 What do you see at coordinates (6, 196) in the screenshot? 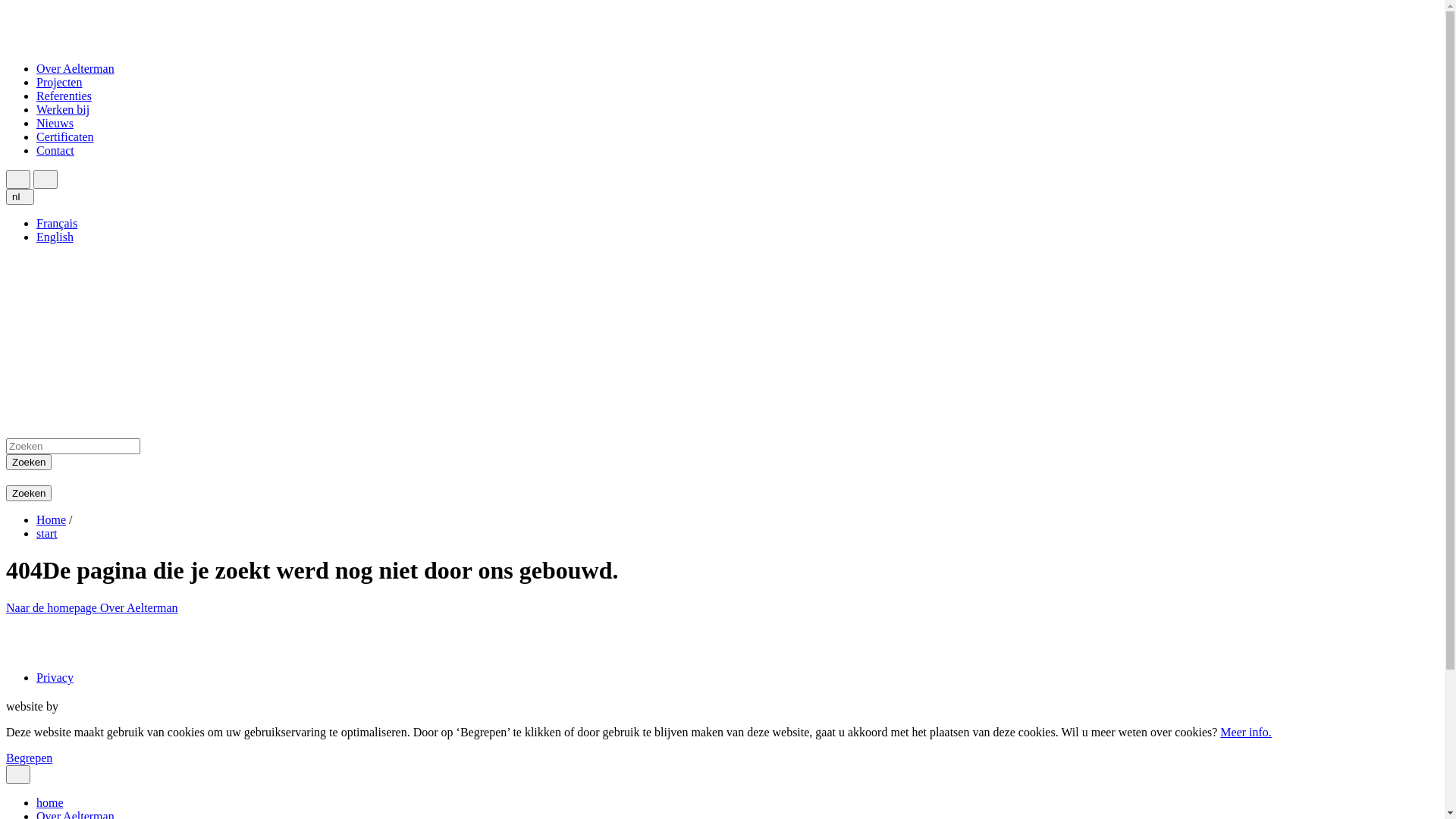
I see `'nl'` at bounding box center [6, 196].